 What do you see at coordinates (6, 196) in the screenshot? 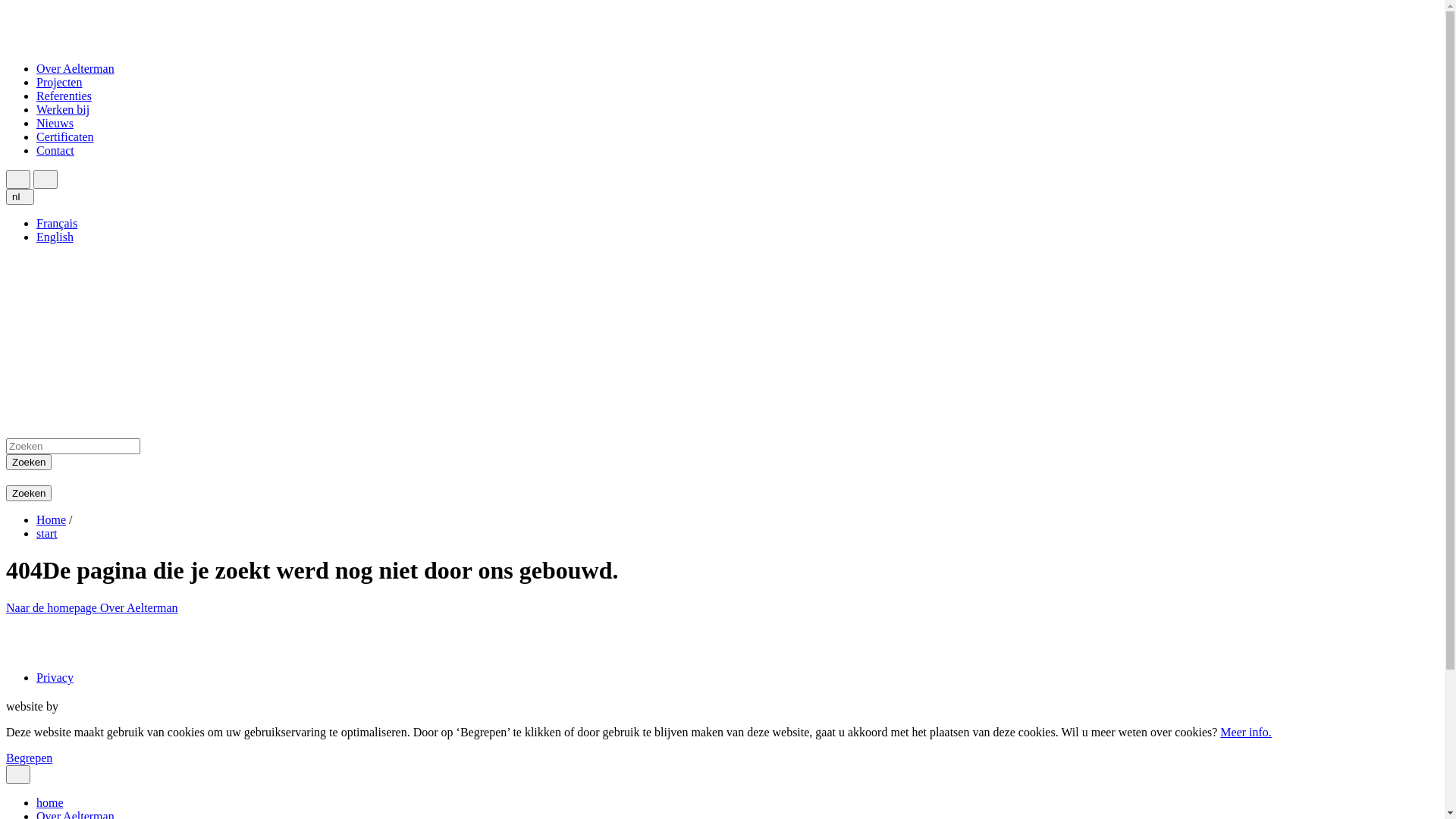
I see `'nl'` at bounding box center [6, 196].